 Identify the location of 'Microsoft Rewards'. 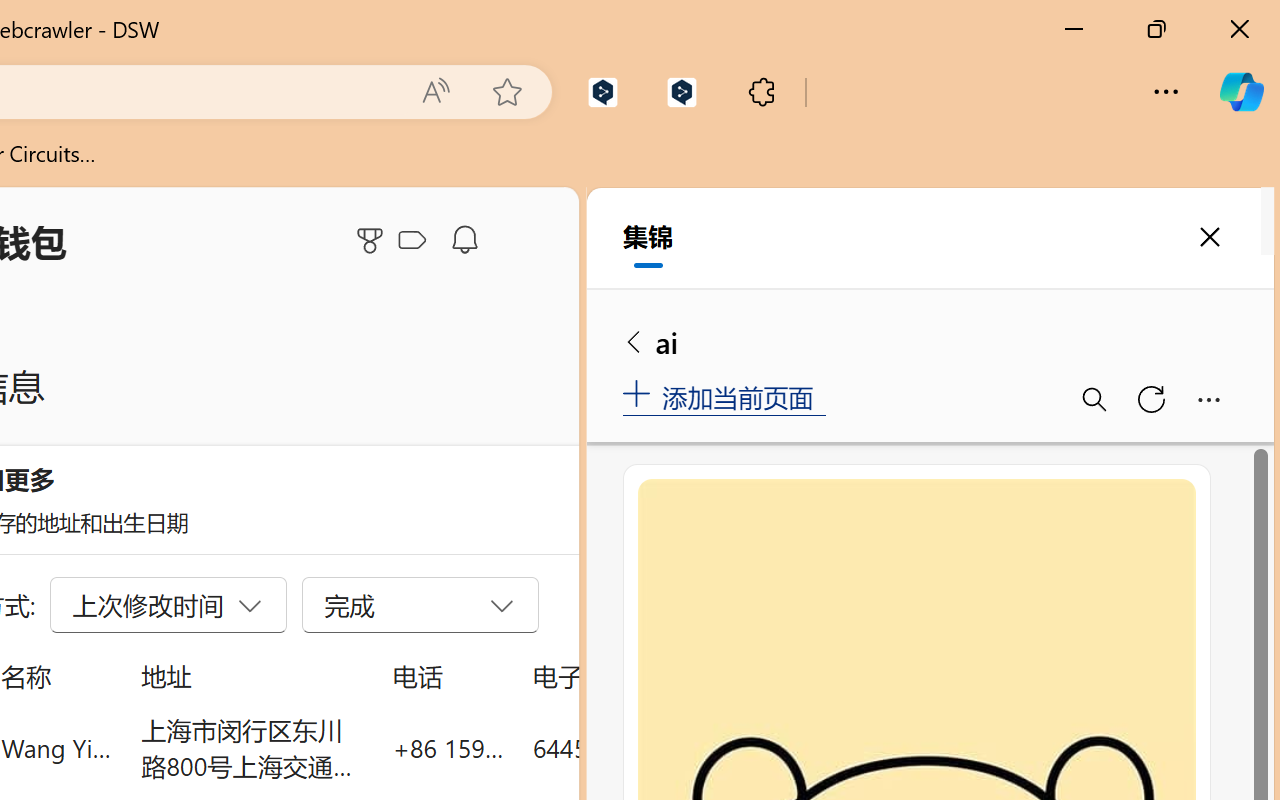
(373, 239).